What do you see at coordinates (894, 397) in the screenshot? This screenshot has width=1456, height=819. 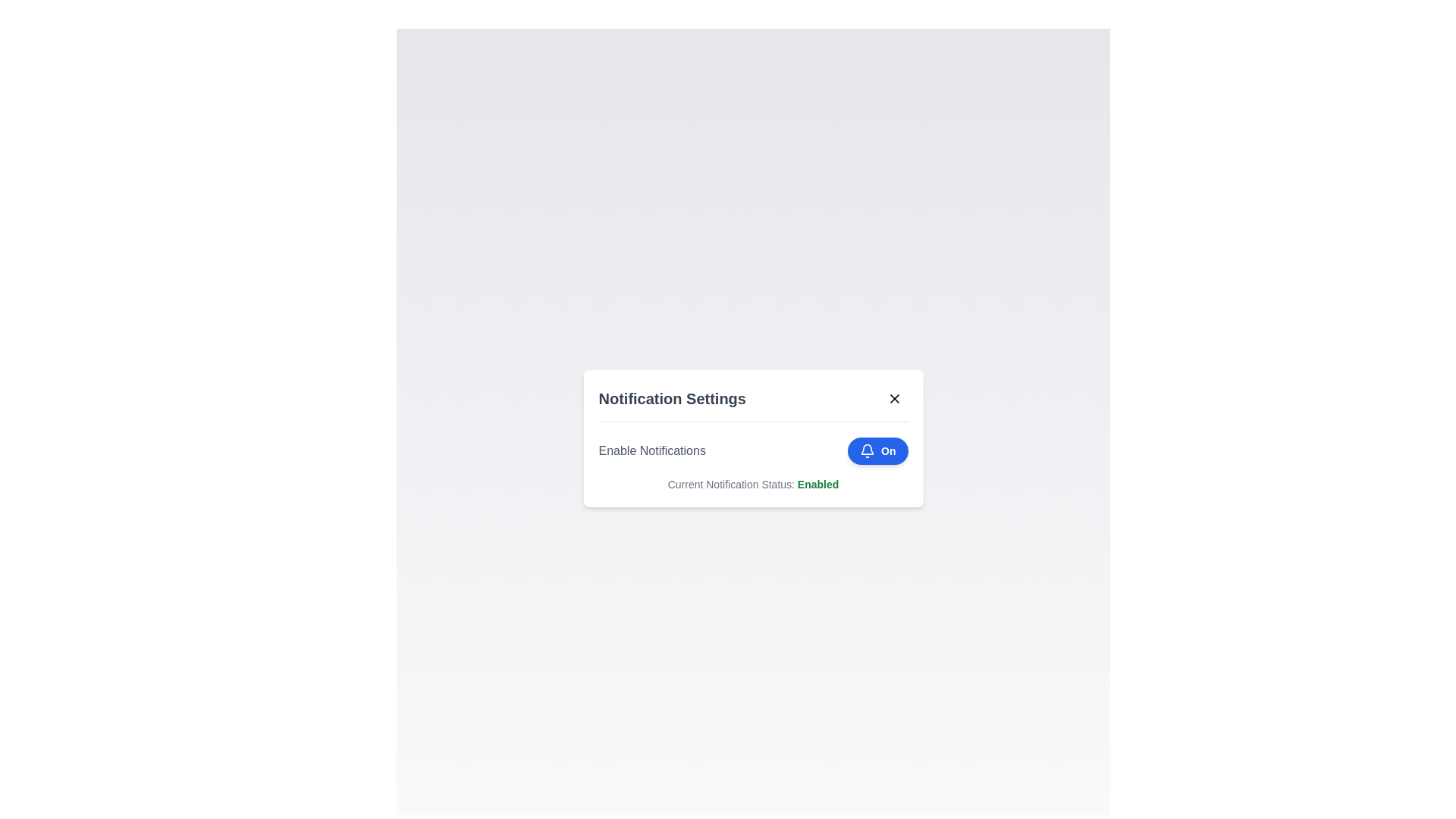 I see `the circular button with an 'X' icon for closing notifications to observe the hover effect that changes its background color to light gray` at bounding box center [894, 397].